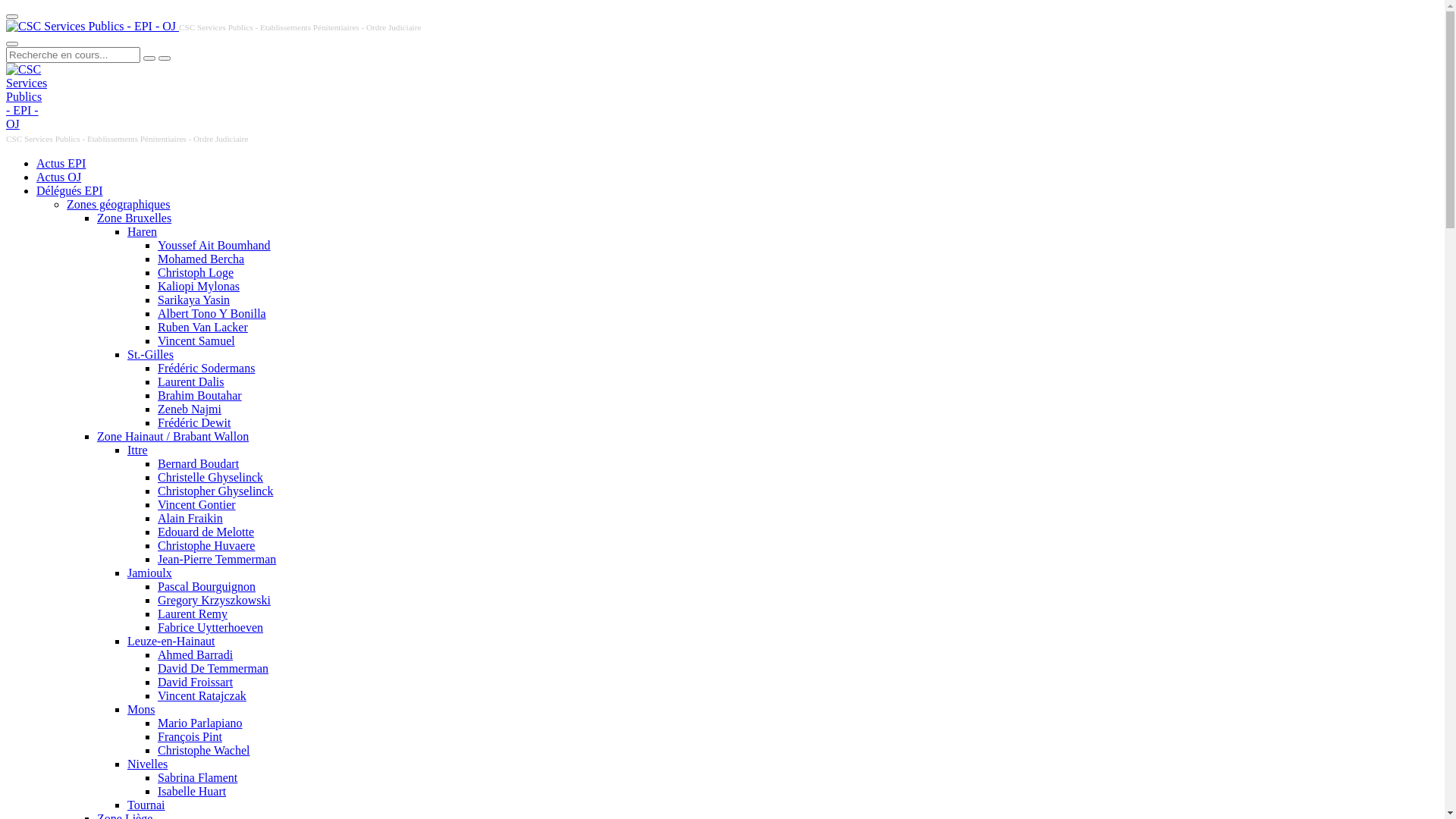 This screenshot has height=819, width=1456. Describe the element at coordinates (206, 544) in the screenshot. I see `'Christophe Huvaere'` at that location.